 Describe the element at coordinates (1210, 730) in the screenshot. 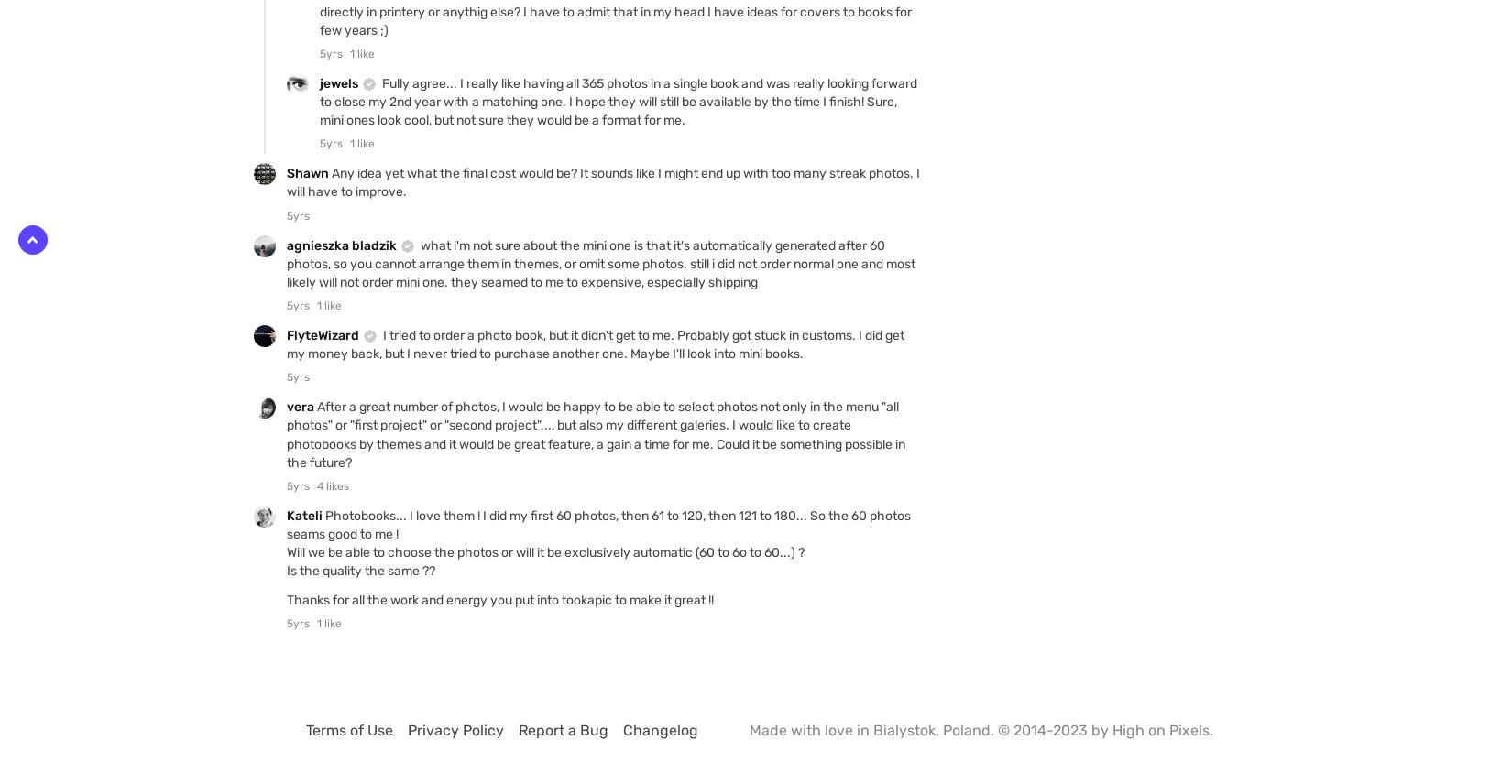

I see `'.'` at that location.